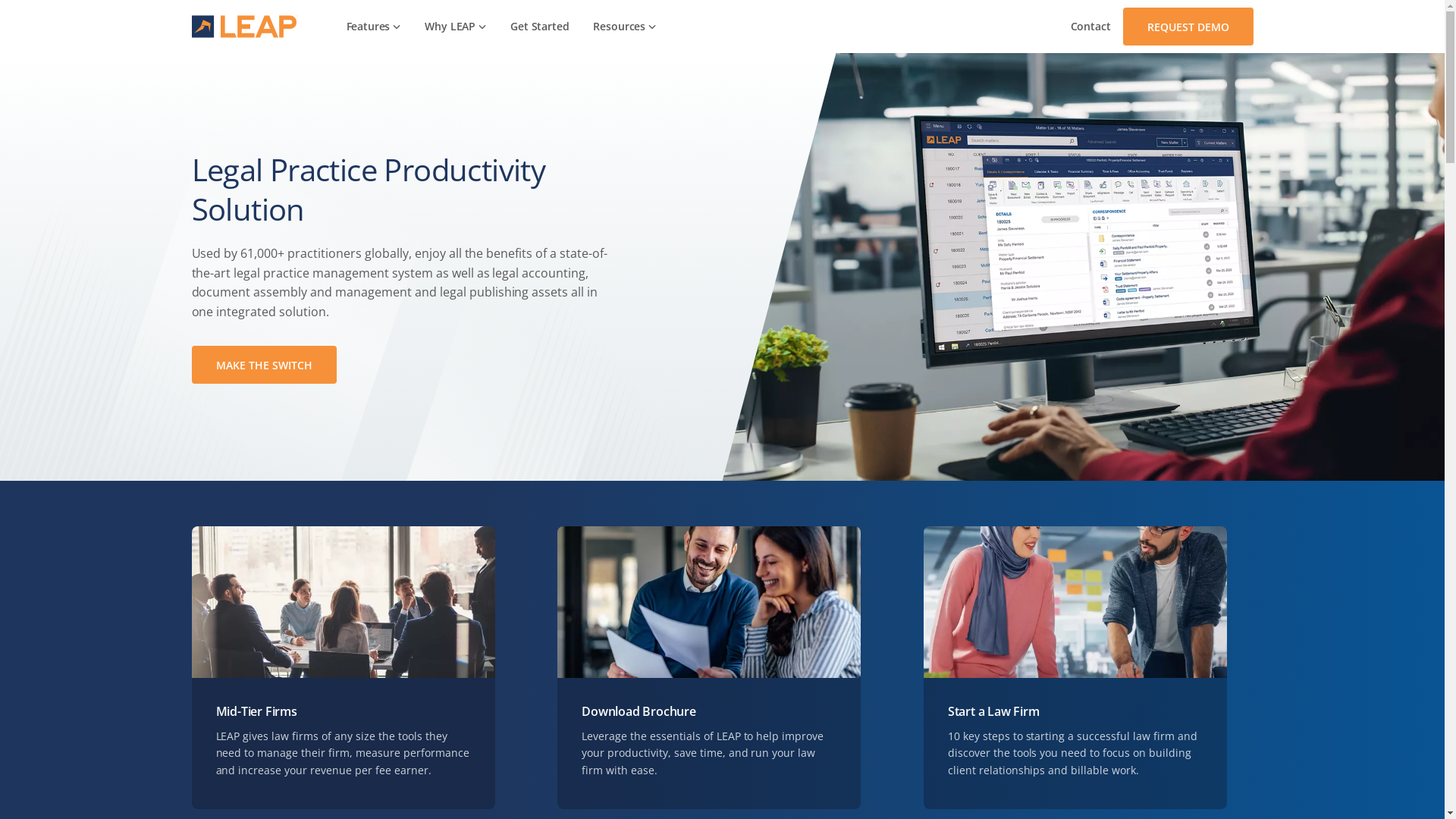 This screenshot has width=1456, height=819. Describe the element at coordinates (1122, 26) in the screenshot. I see `'REQUEST DEMO'` at that location.